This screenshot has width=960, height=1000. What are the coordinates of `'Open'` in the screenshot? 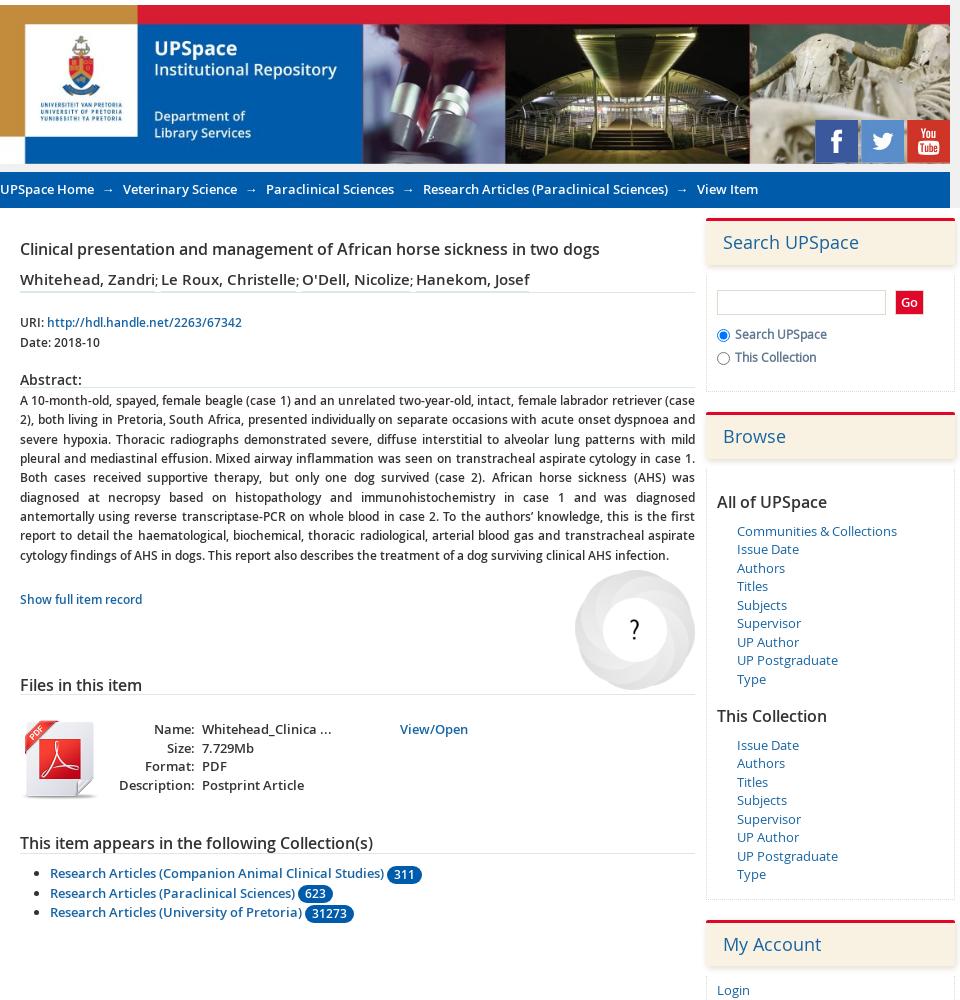 It's located at (451, 728).